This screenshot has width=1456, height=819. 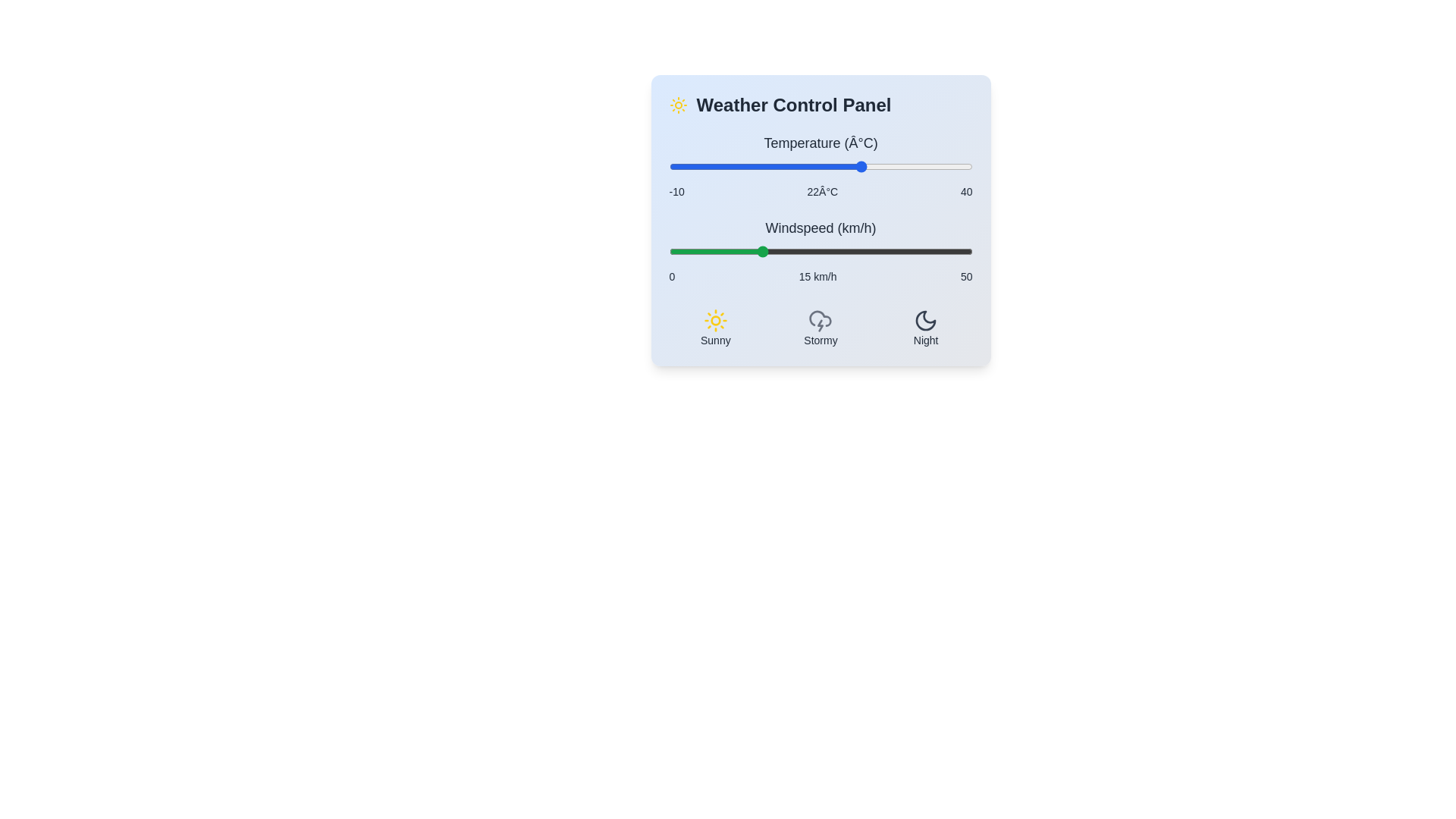 I want to click on the temperature, so click(x=736, y=166).